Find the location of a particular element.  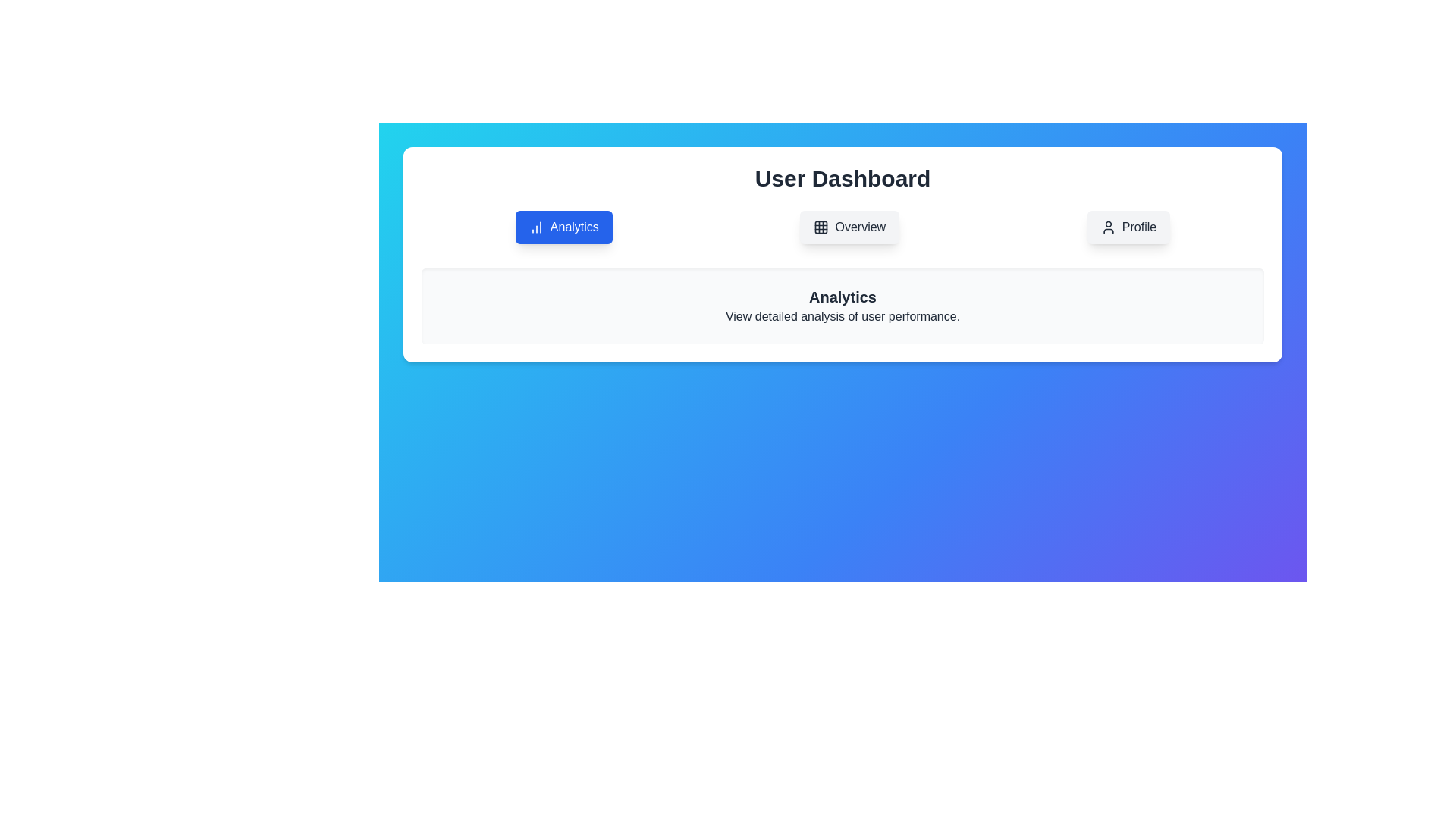

the Analytics button to switch to the respective tab is located at coordinates (563, 227).